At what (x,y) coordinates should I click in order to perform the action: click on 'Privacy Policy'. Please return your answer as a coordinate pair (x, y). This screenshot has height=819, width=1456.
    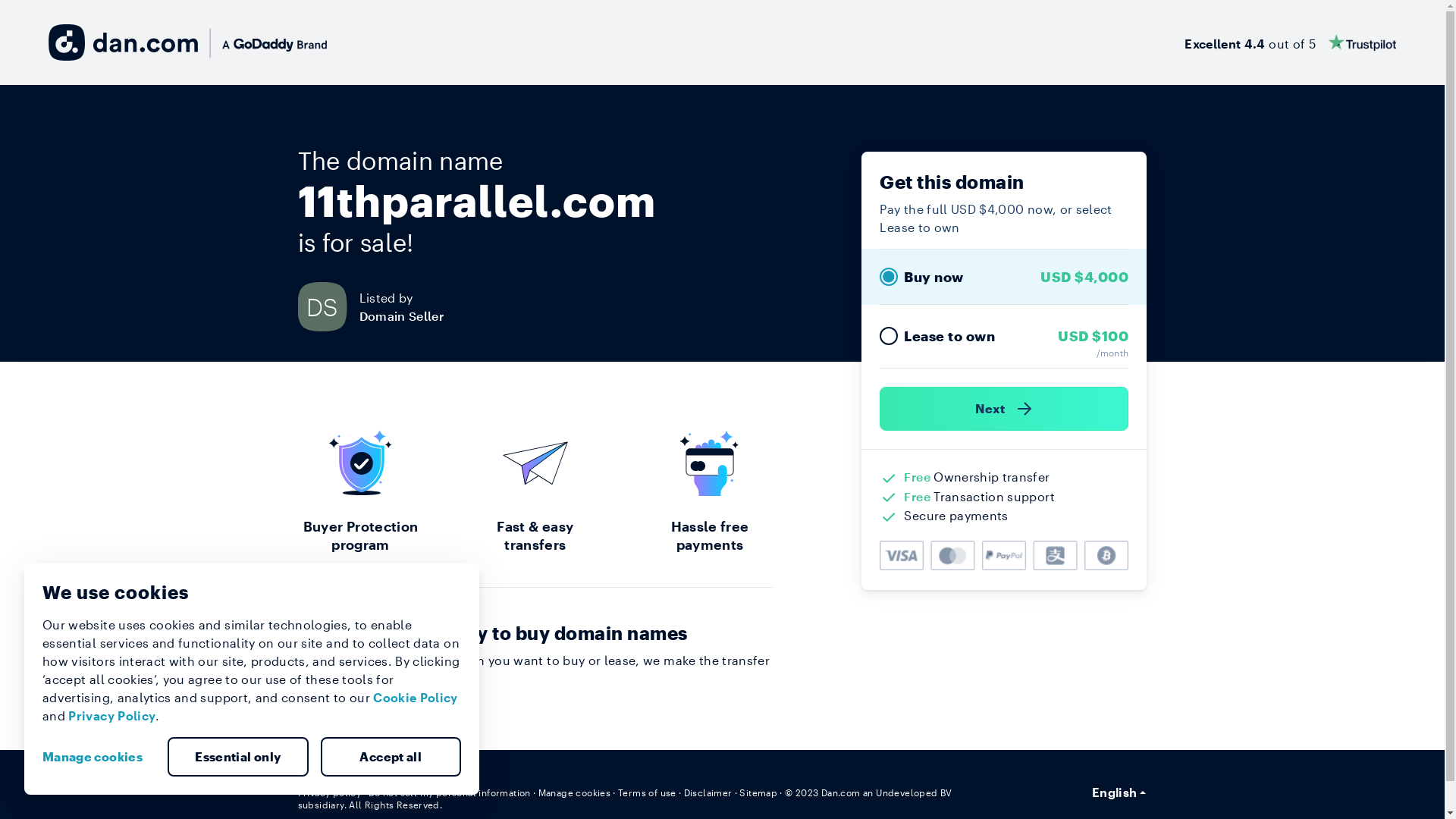
    Looking at the image, I should click on (111, 715).